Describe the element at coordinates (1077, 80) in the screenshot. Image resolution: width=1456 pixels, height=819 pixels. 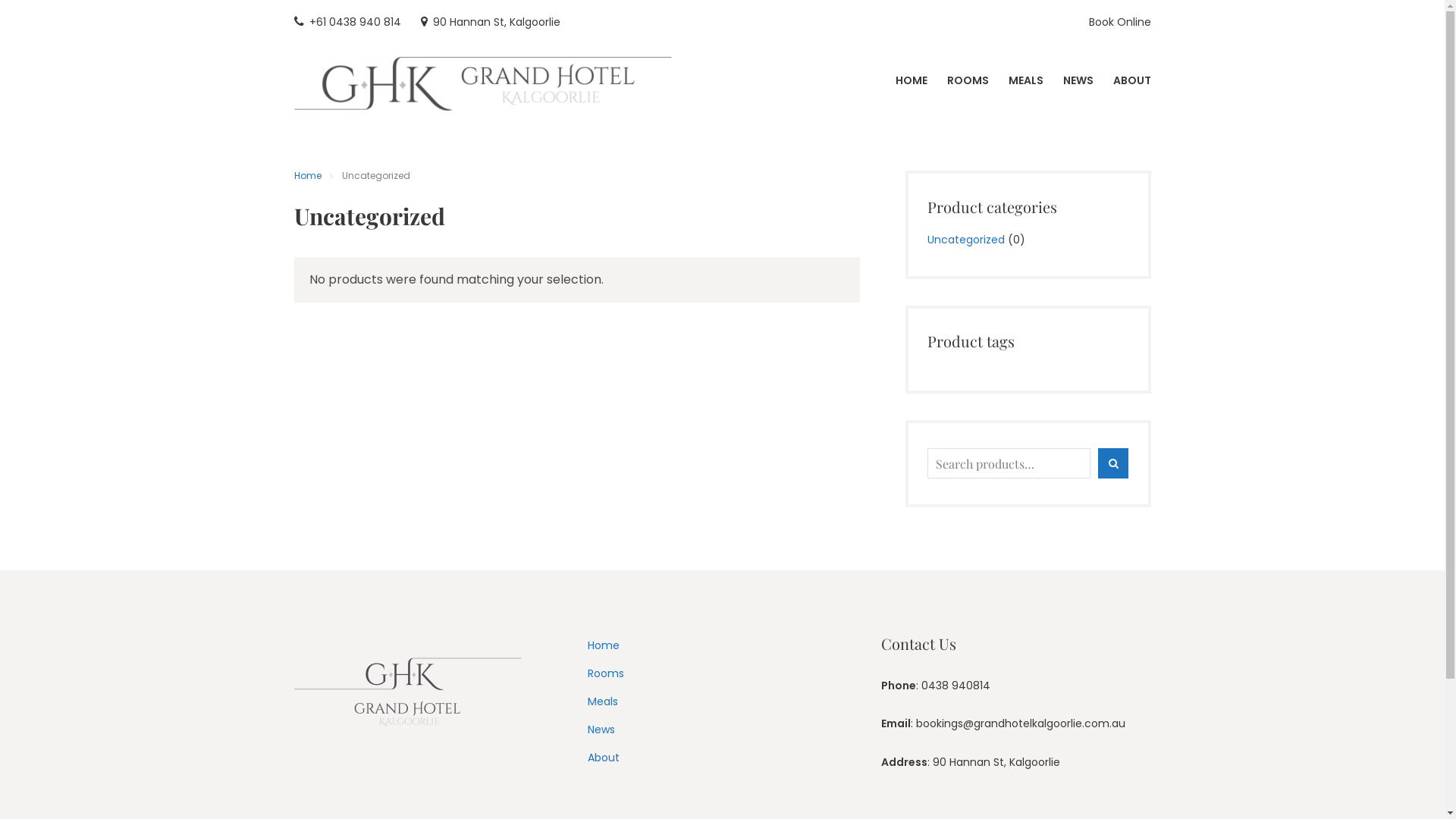
I see `'NEWS'` at that location.